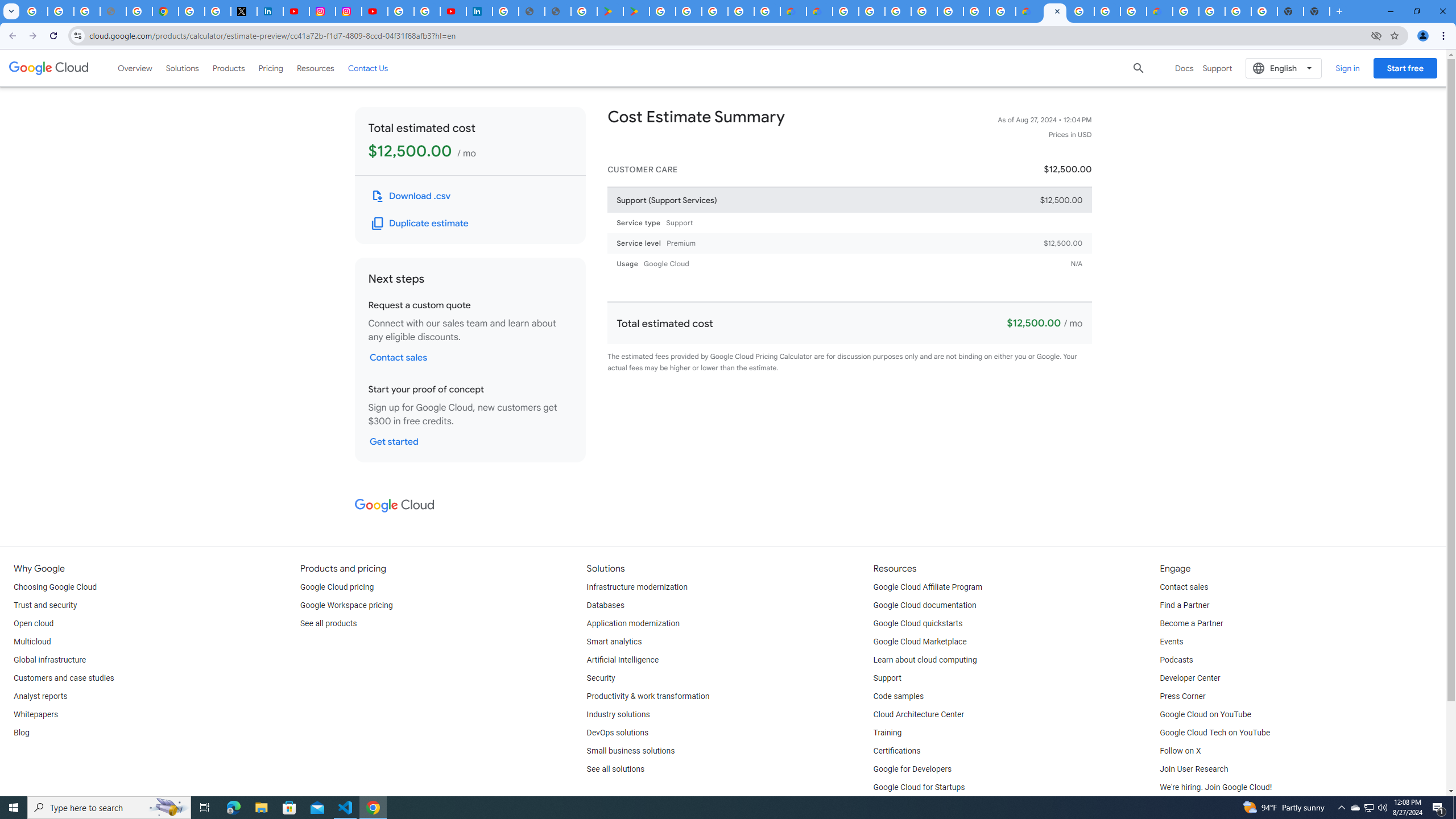 Image resolution: width=1456 pixels, height=819 pixels. Describe the element at coordinates (112, 11) in the screenshot. I see `'support.google.com - Network error'` at that location.